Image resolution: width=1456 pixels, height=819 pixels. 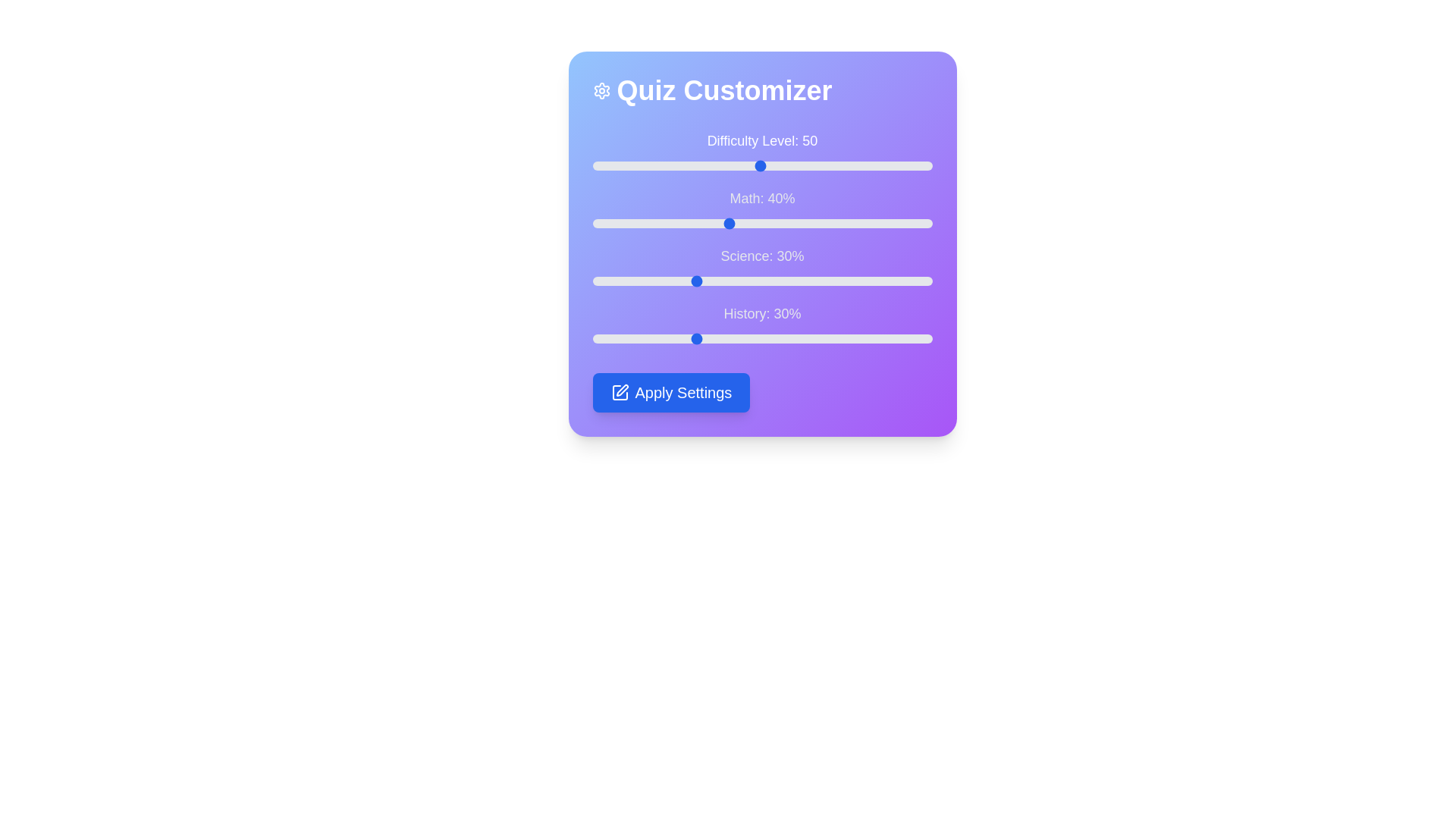 I want to click on the History percentage slider to 49%, so click(x=759, y=338).